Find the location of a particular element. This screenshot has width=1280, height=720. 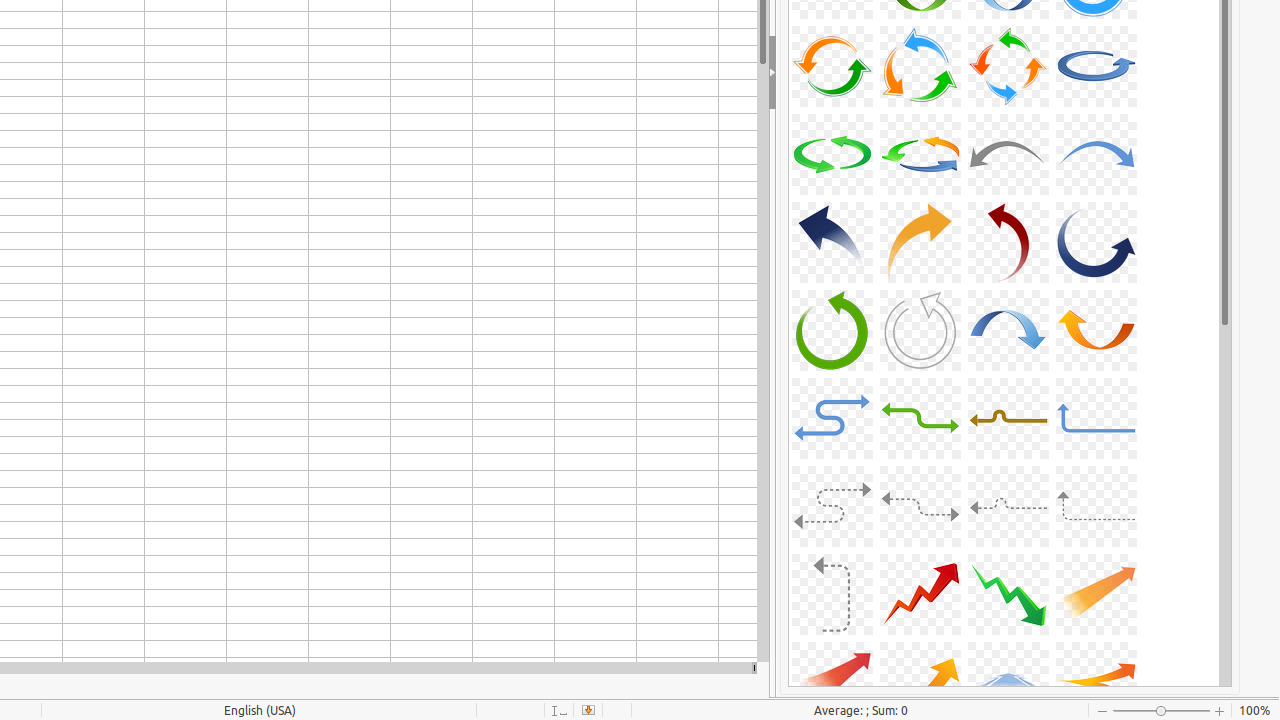

'A29-CurvedArrow-Green' is located at coordinates (832, 328).